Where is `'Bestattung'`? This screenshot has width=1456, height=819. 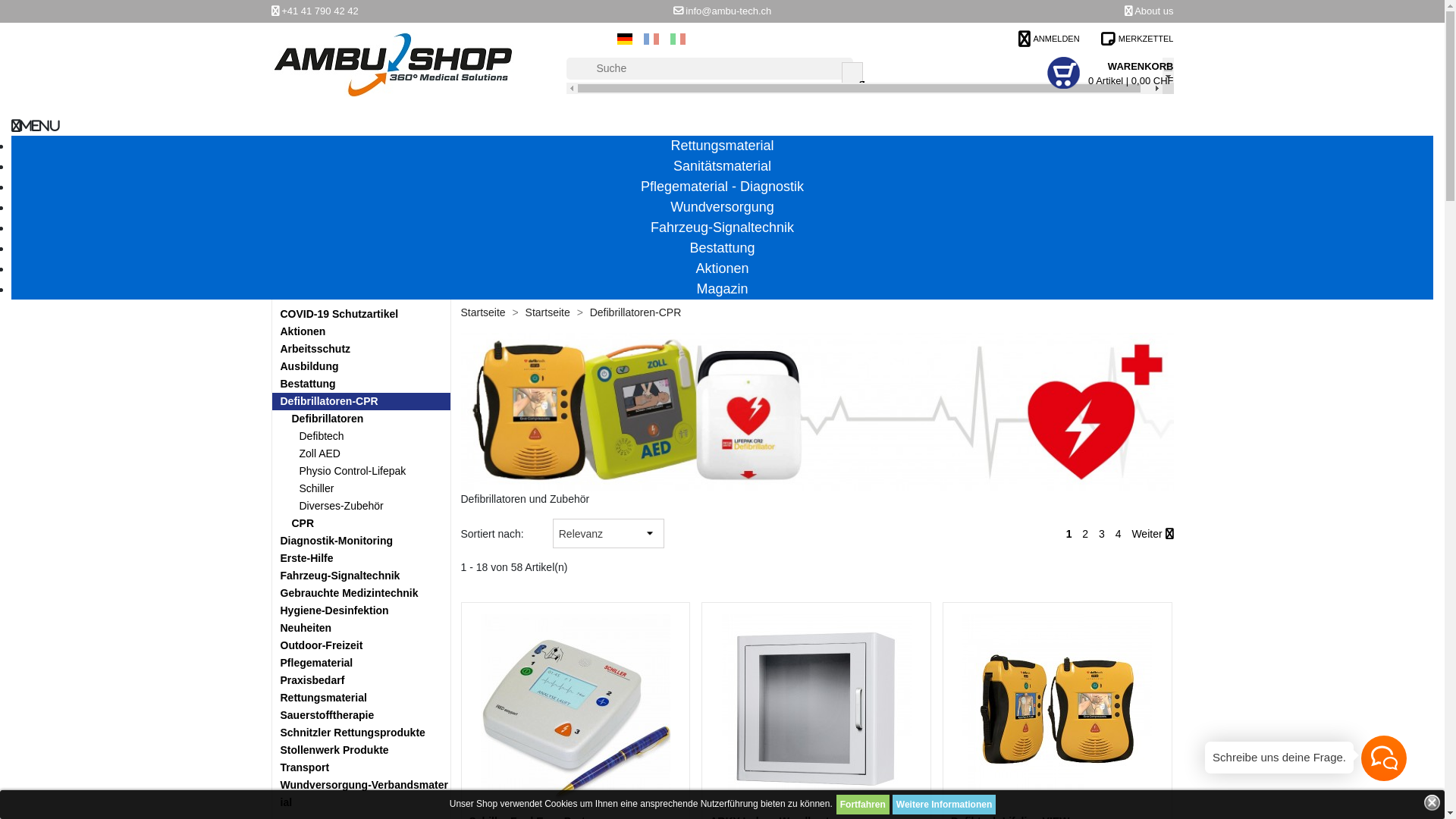
'Bestattung' is located at coordinates (688, 246).